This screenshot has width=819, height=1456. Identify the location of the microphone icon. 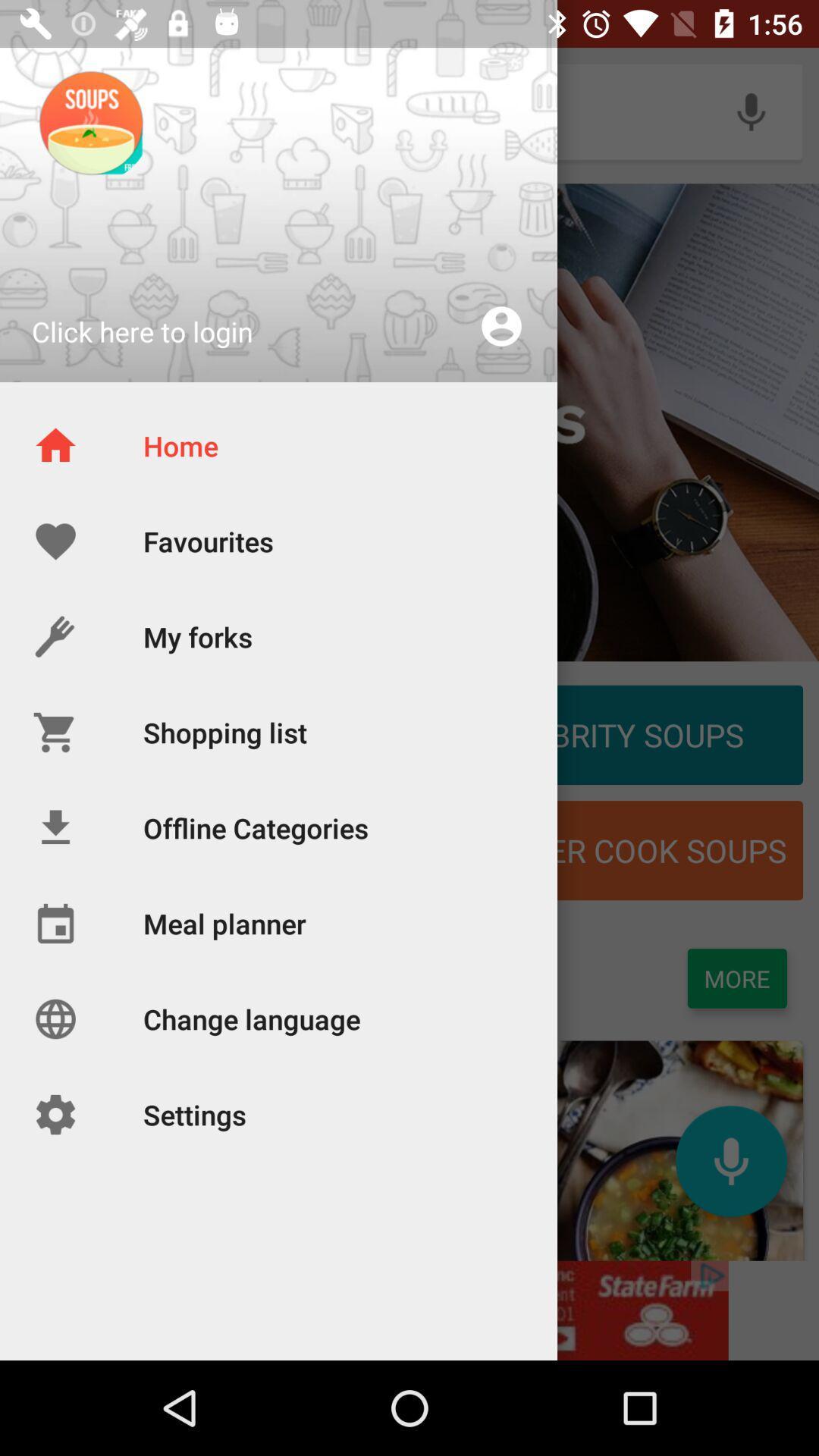
(730, 1160).